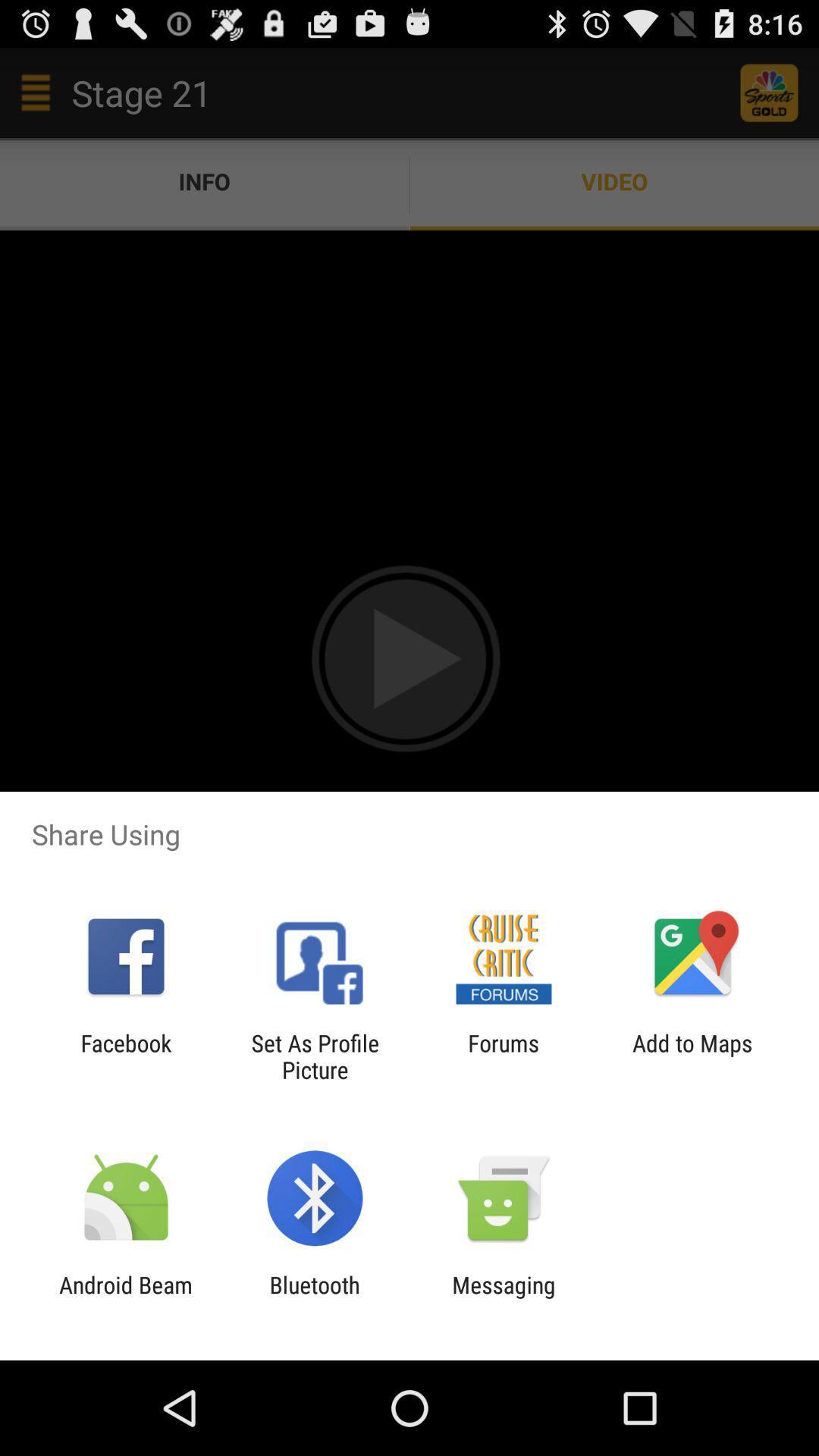 The image size is (819, 1456). What do you see at coordinates (692, 1056) in the screenshot?
I see `icon at the bottom right corner` at bounding box center [692, 1056].